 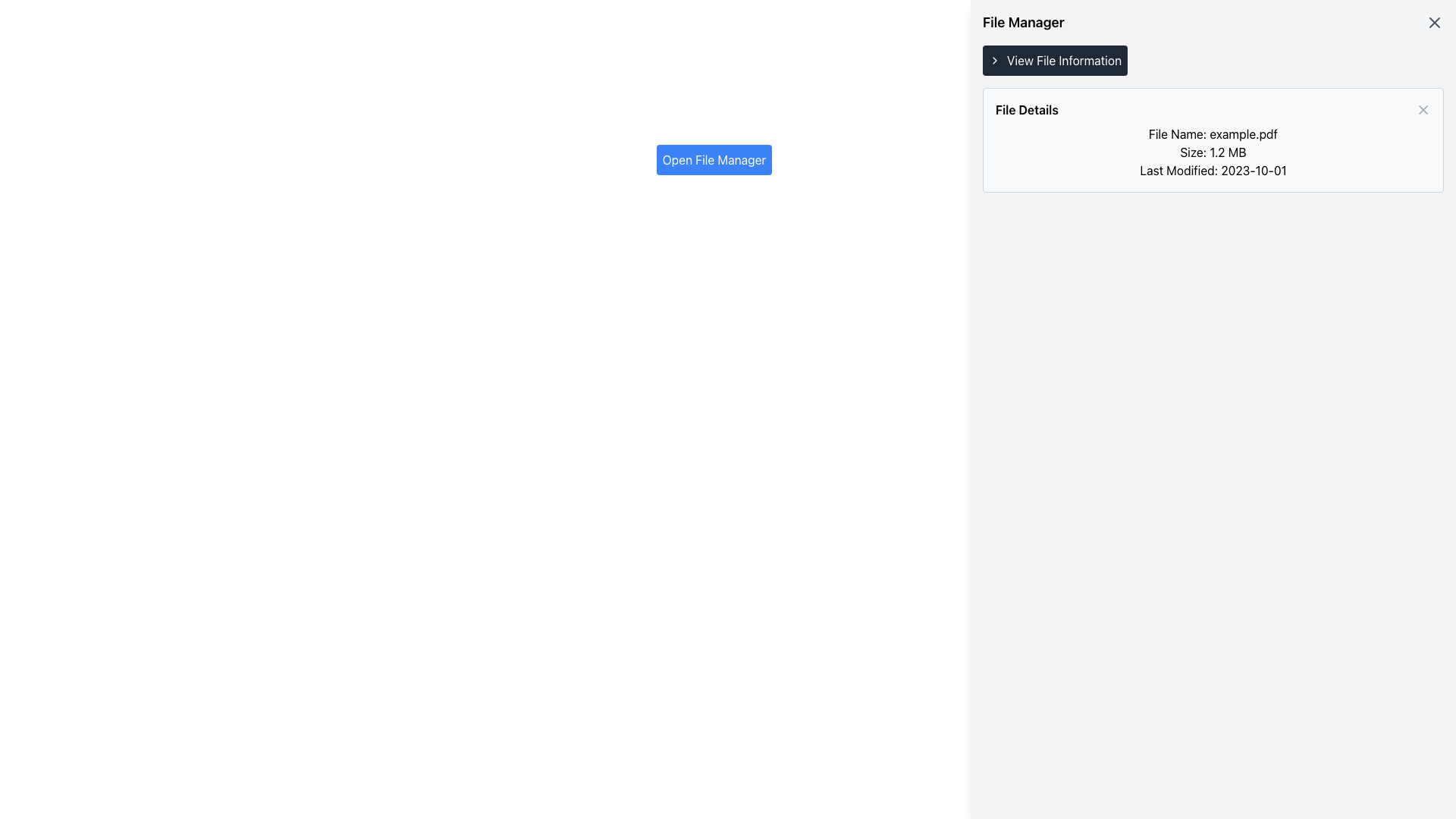 What do you see at coordinates (1422, 109) in the screenshot?
I see `the close button icon (cross symbol) located at the far right of the 'File Details' header` at bounding box center [1422, 109].